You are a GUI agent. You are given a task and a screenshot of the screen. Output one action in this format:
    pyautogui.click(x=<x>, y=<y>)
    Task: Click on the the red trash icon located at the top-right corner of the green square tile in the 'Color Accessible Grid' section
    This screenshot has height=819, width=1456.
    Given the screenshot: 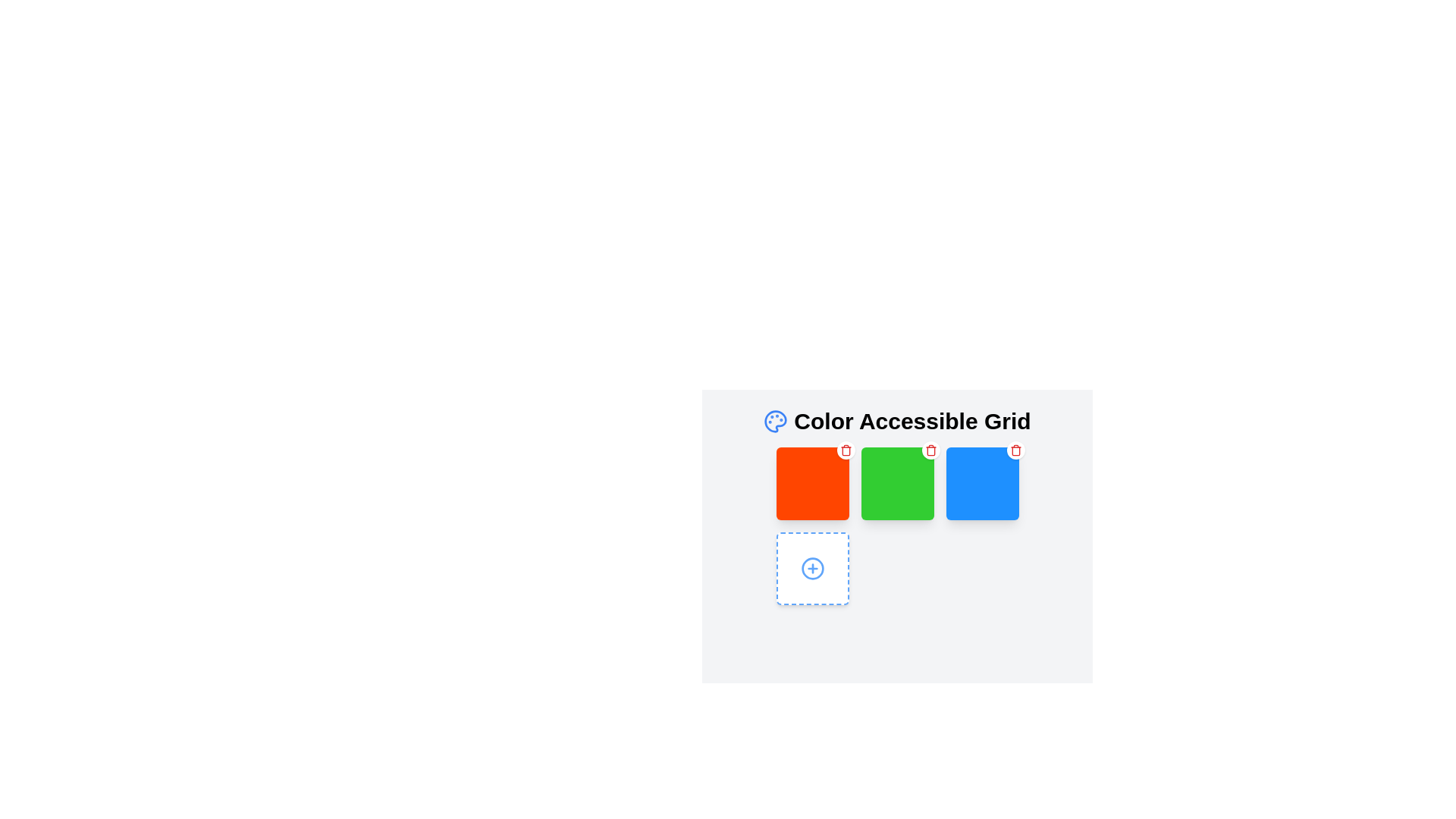 What is the action you would take?
    pyautogui.click(x=845, y=450)
    